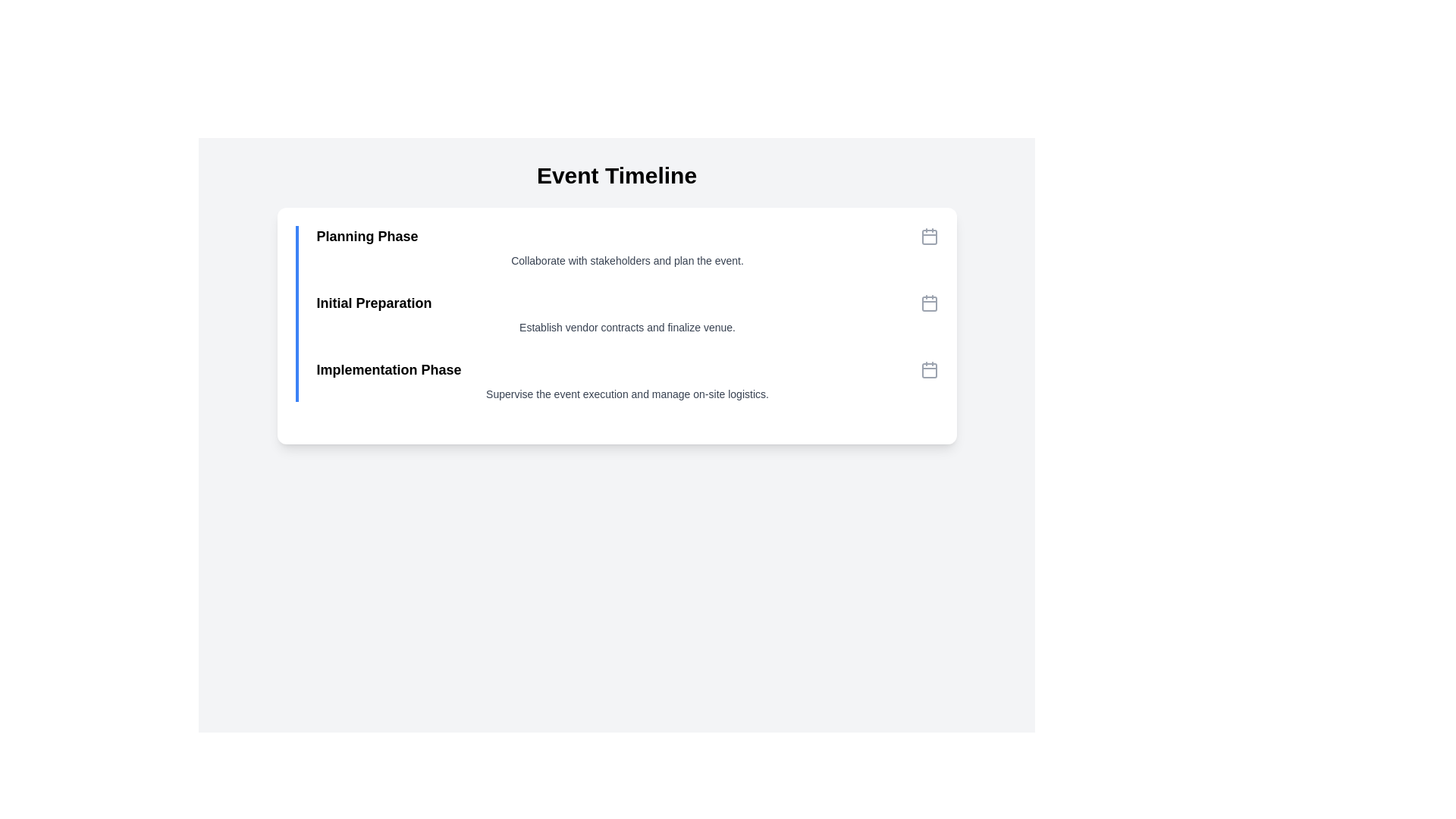 This screenshot has width=1456, height=819. I want to click on 'Planning Phase' text label, which is the first item in a vertical list structure and is aligned to the left under the main title of the page, so click(367, 237).